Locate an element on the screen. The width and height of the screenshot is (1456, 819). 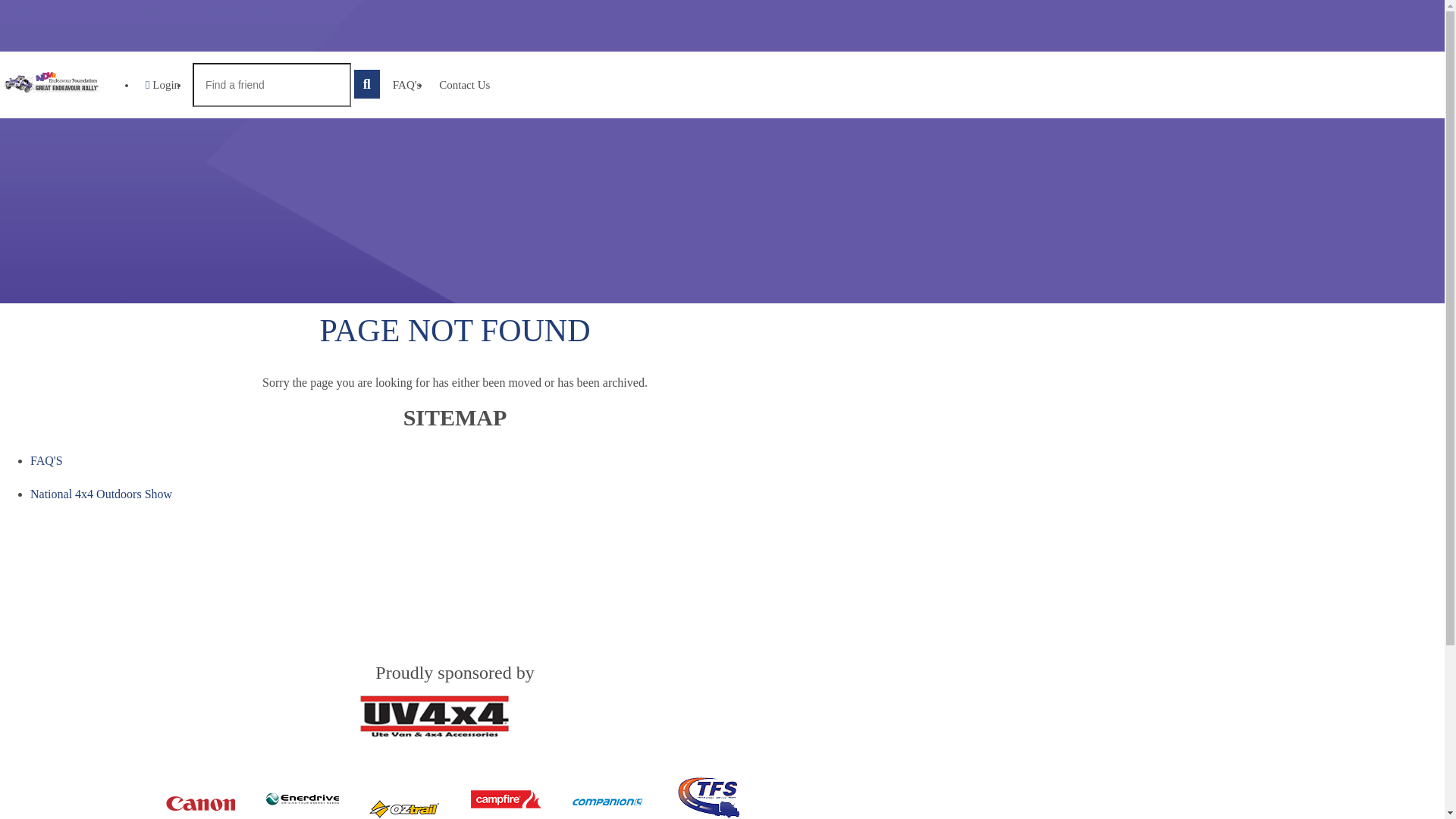
'Contact Us' is located at coordinates (463, 84).